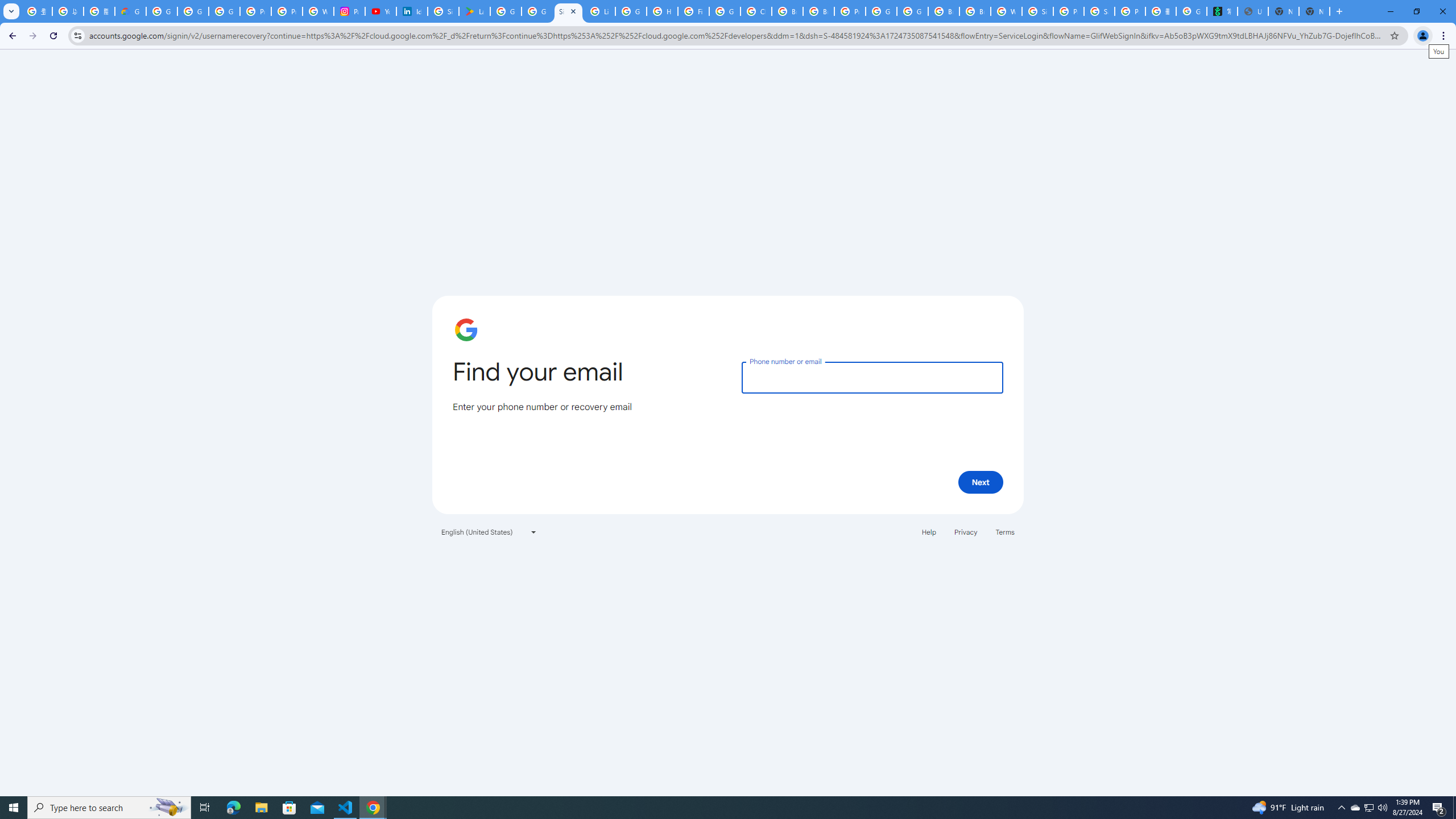  What do you see at coordinates (32, 35) in the screenshot?
I see `'Forward'` at bounding box center [32, 35].